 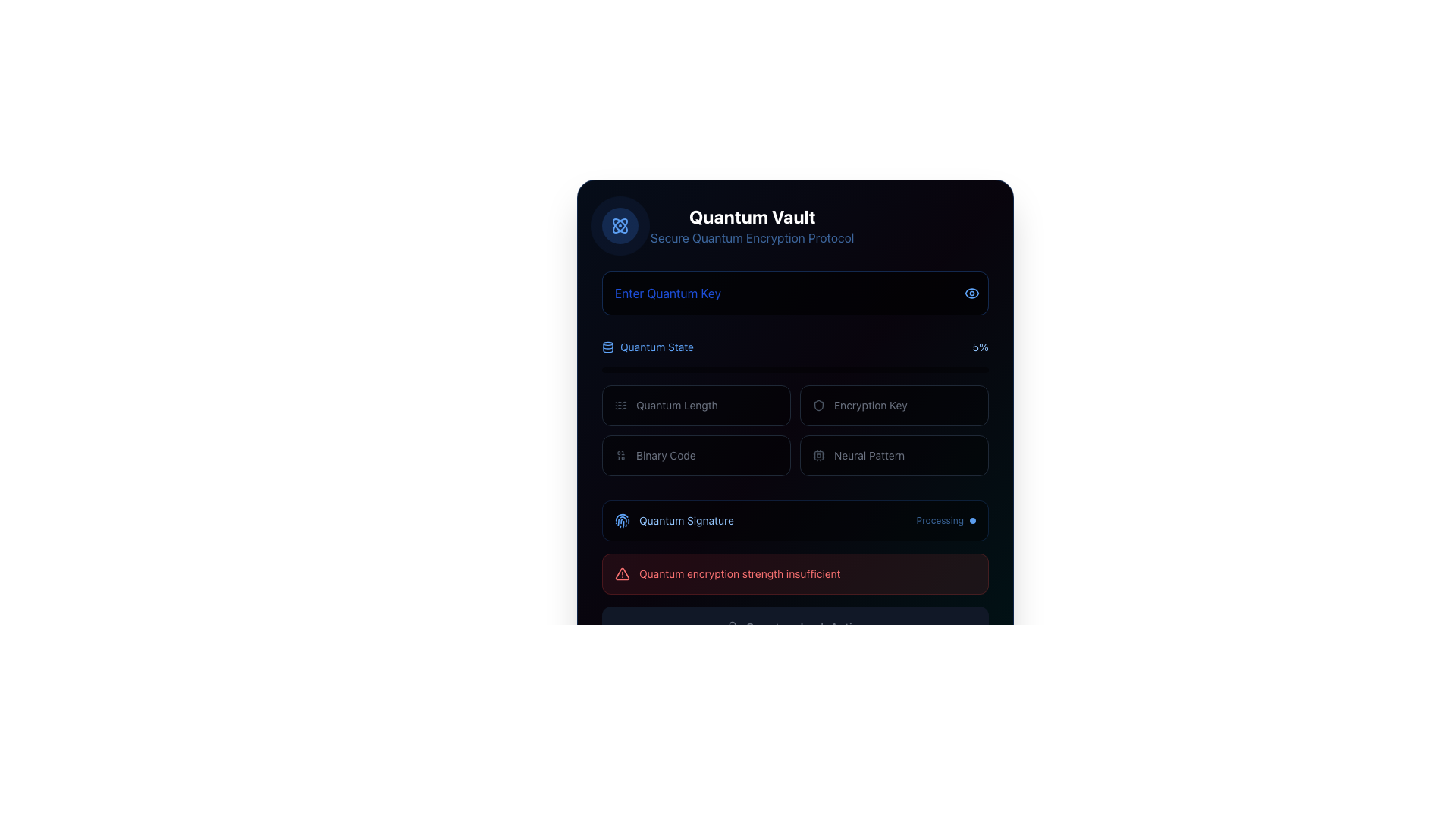 I want to click on the interactive card displaying 'Binary Code' with a translucent black background and rounded corners, located in the bottom-left cell of the grid layout, so click(x=695, y=455).